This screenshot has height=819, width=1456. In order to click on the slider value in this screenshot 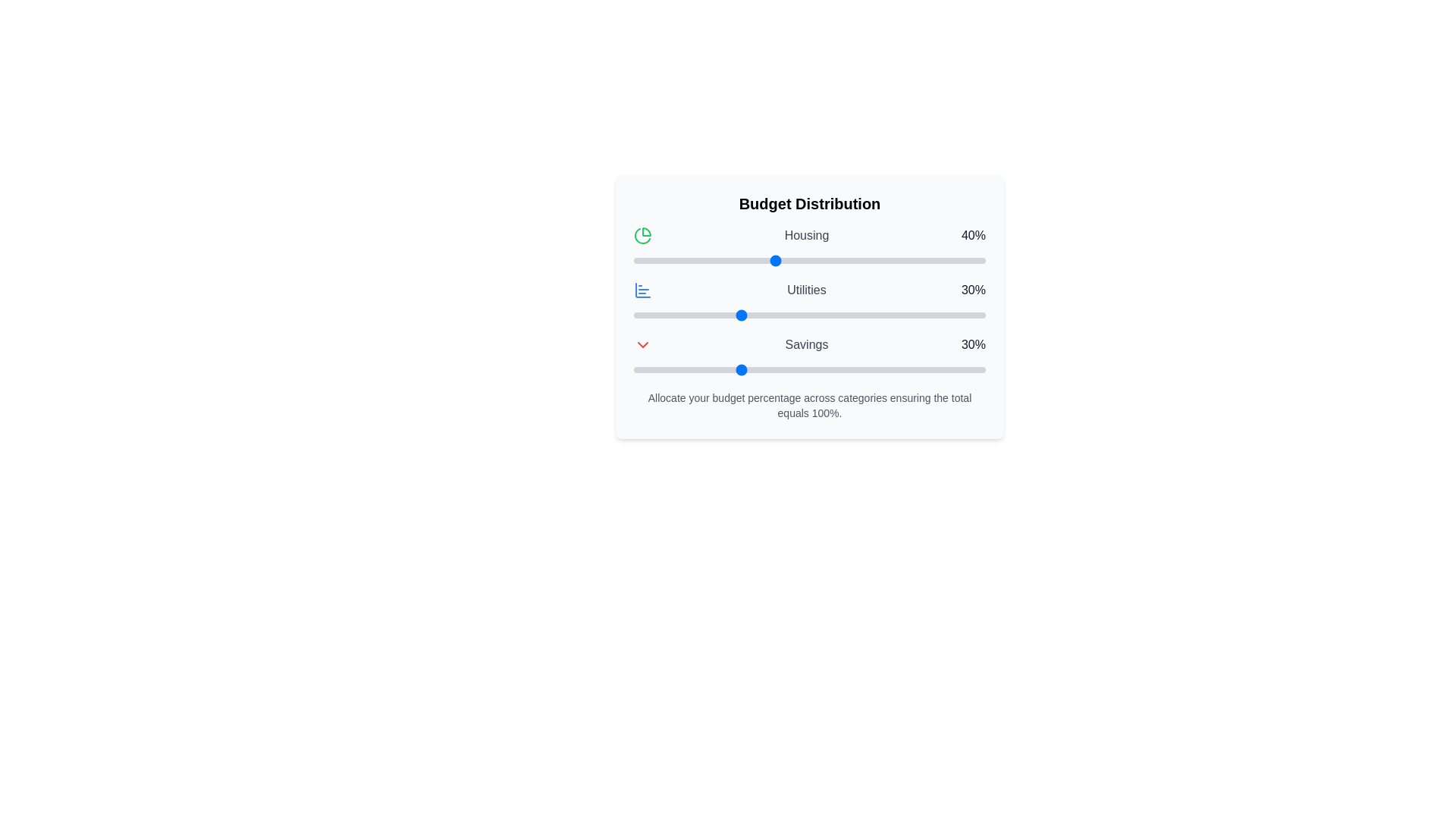, I will do `click(729, 315)`.